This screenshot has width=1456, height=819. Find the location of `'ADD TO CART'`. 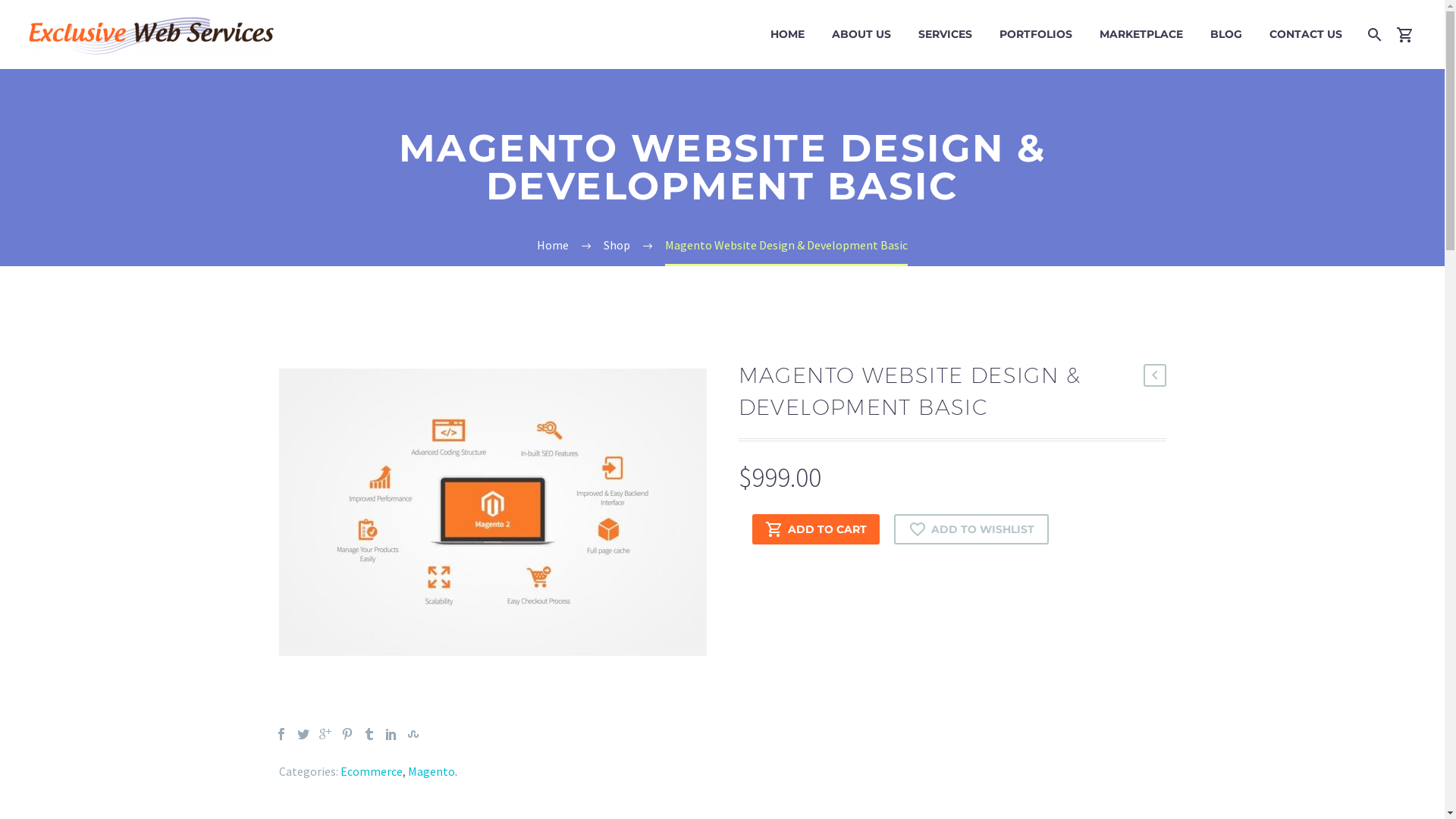

'ADD TO CART' is located at coordinates (814, 529).